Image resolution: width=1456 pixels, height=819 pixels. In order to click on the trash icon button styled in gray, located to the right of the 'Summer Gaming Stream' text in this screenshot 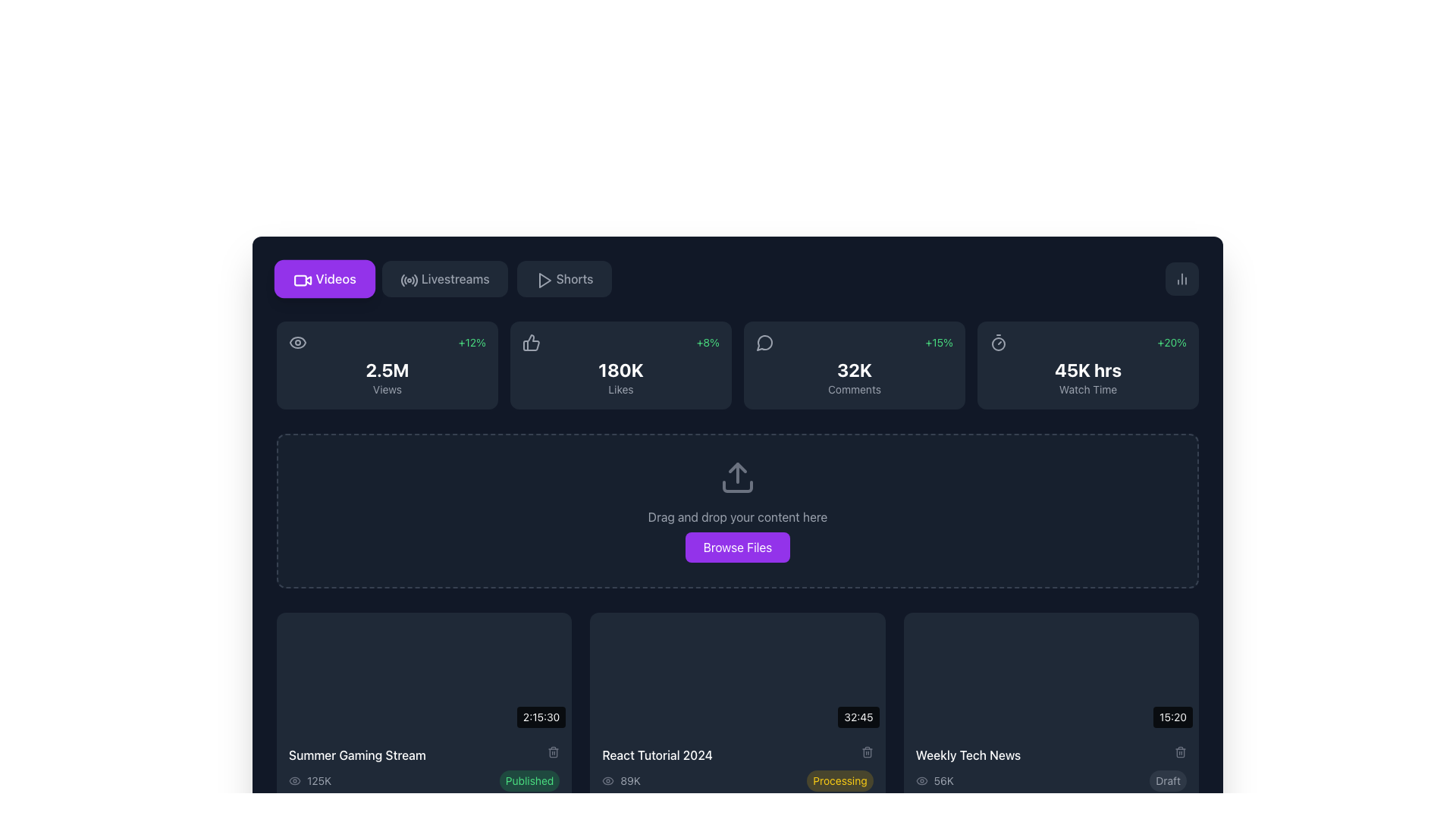, I will do `click(553, 752)`.